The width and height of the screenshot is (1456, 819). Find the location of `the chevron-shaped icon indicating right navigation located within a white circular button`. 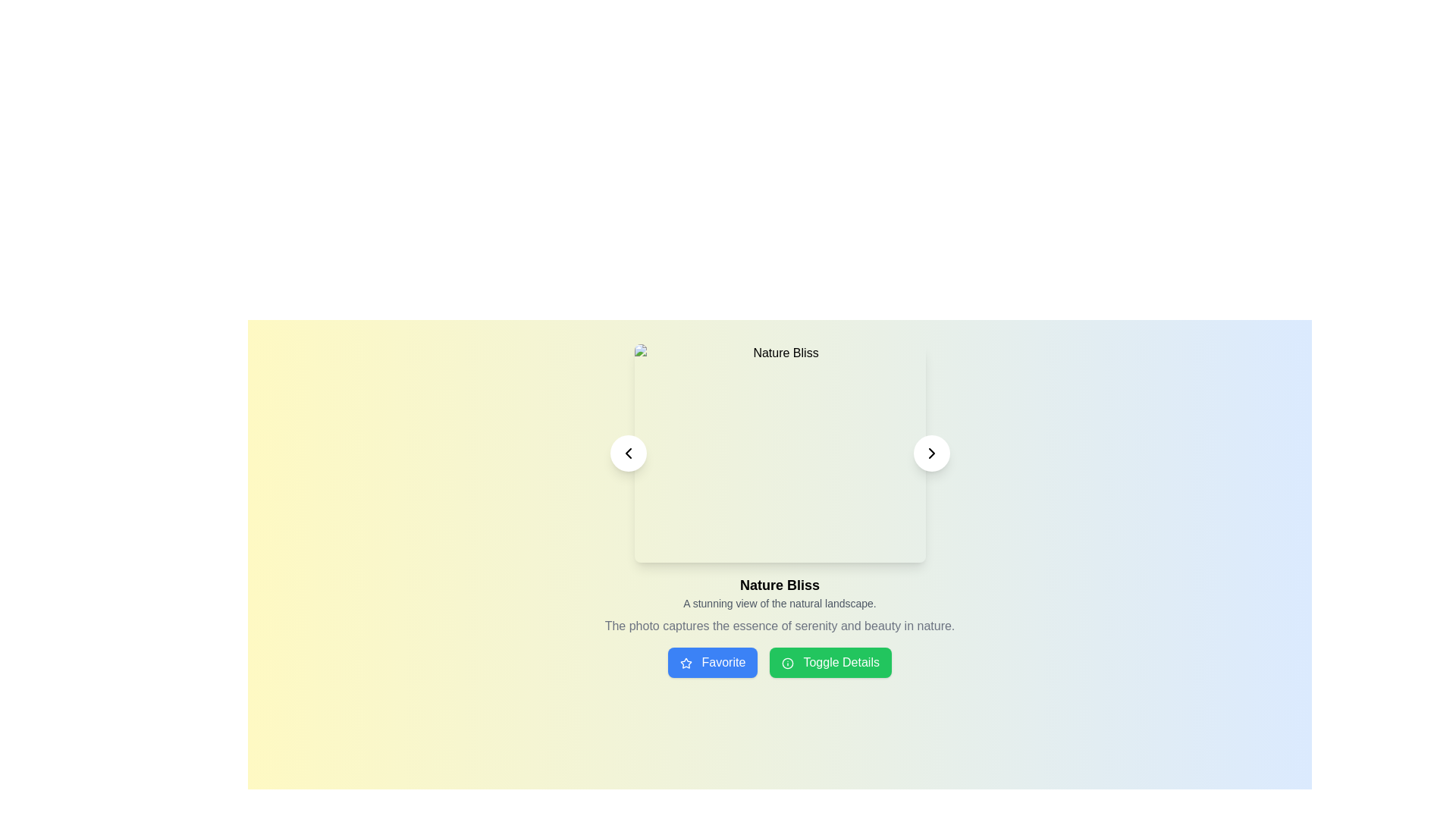

the chevron-shaped icon indicating right navigation located within a white circular button is located at coordinates (930, 452).